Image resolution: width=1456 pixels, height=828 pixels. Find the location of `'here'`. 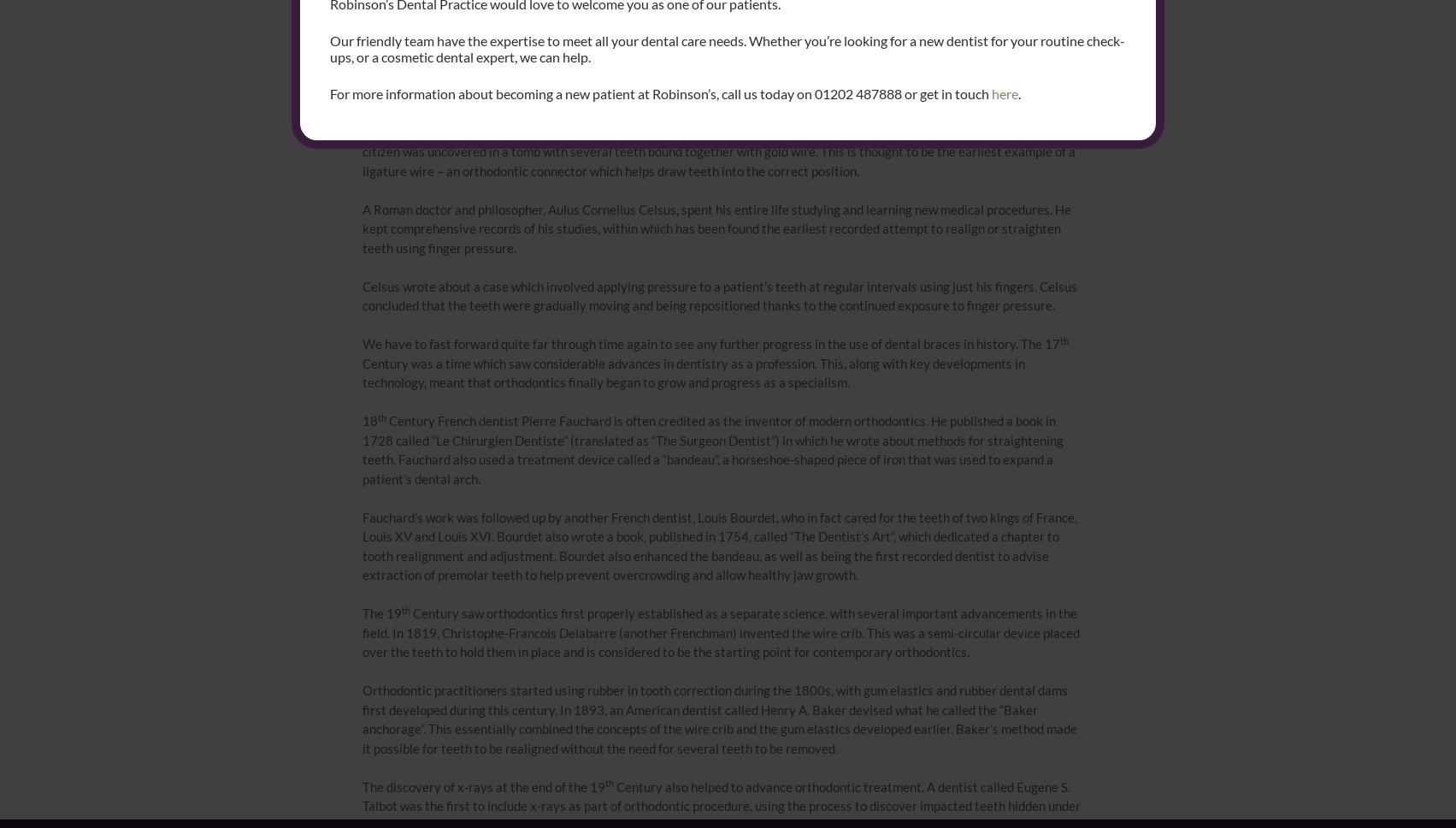

'here' is located at coordinates (1004, 93).